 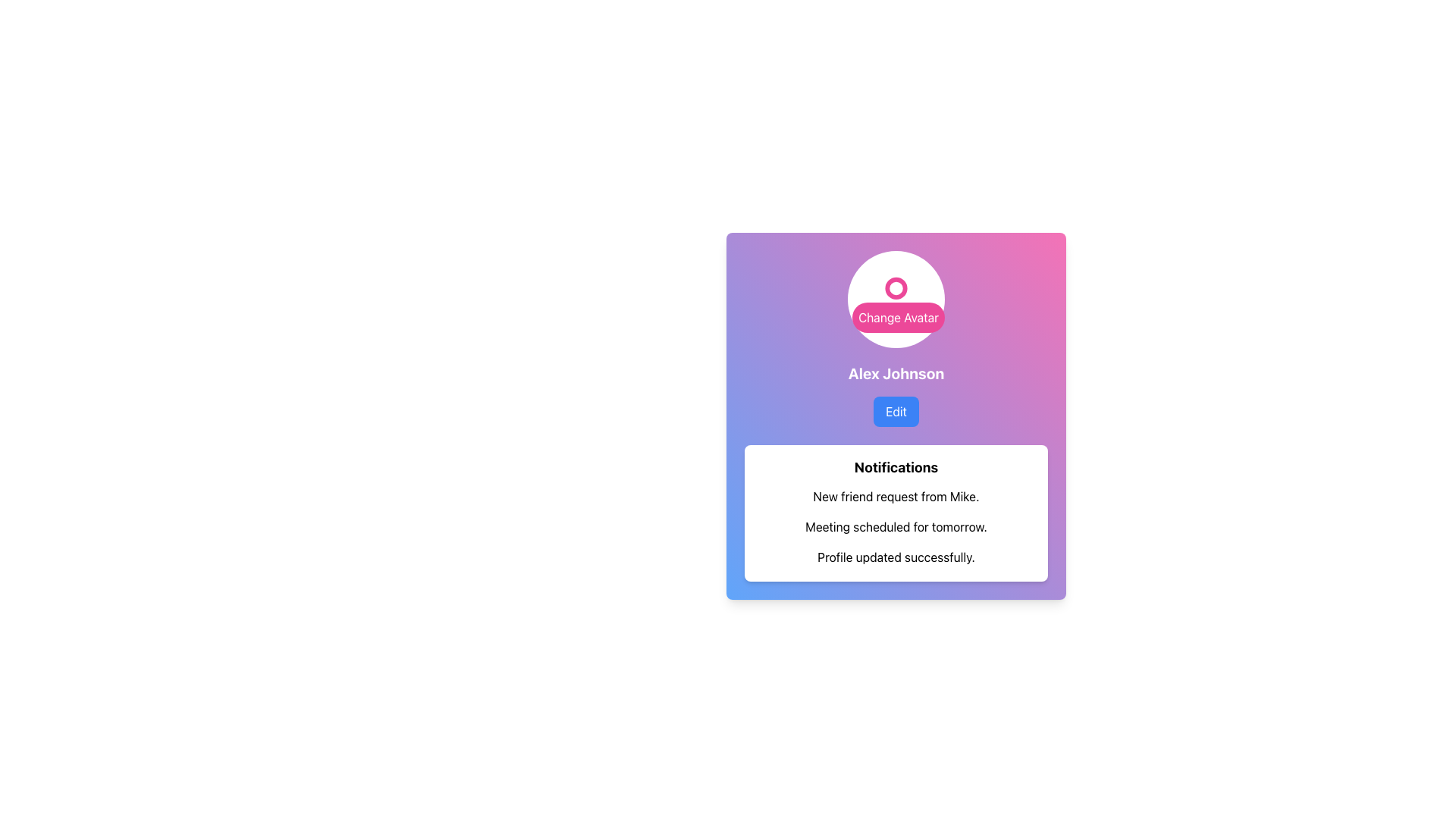 What do you see at coordinates (896, 299) in the screenshot?
I see `the prominent button with a pink background and white text reading 'Change Avatar'` at bounding box center [896, 299].